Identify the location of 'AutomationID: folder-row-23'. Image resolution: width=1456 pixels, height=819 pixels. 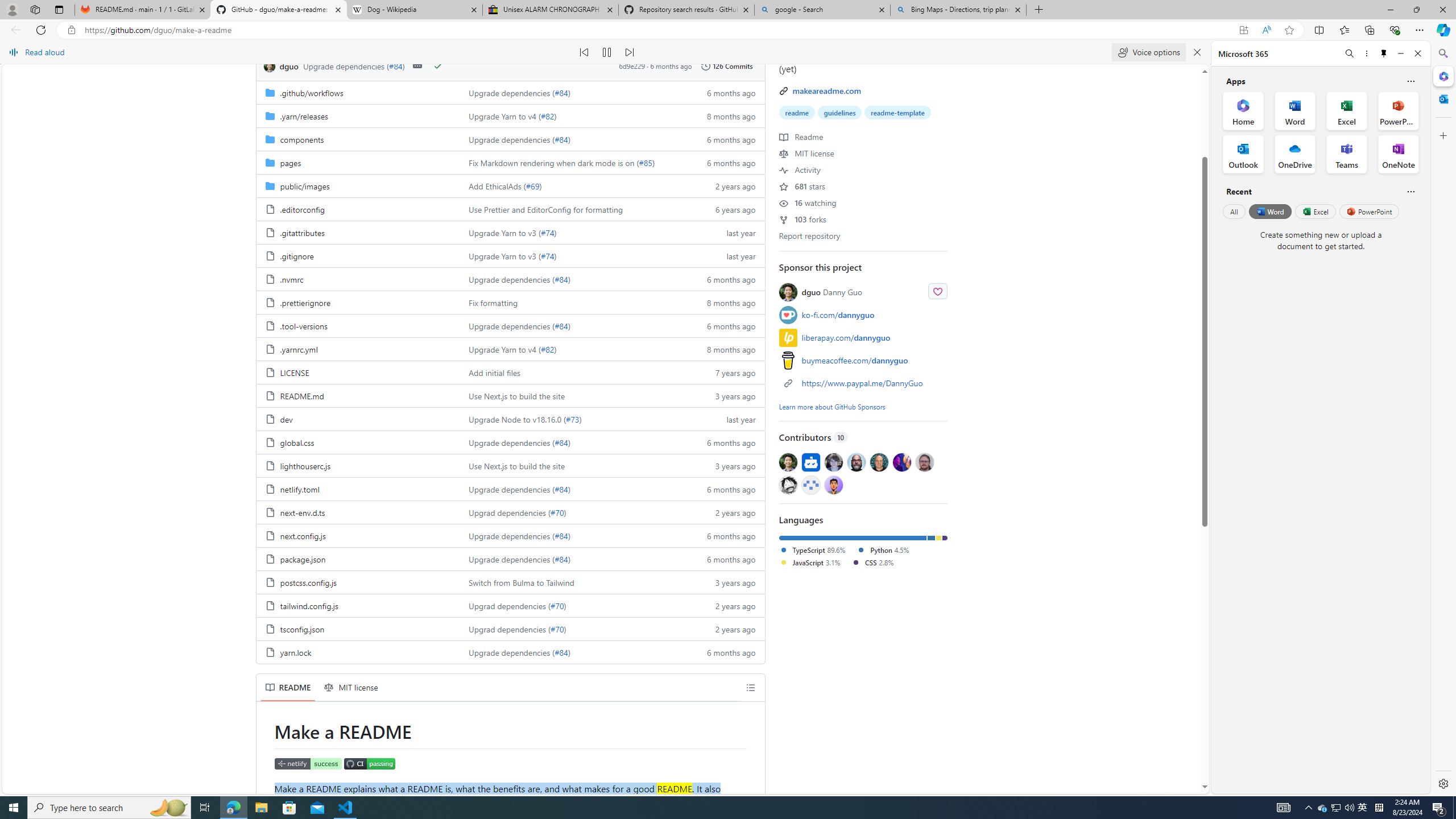
(510, 628).